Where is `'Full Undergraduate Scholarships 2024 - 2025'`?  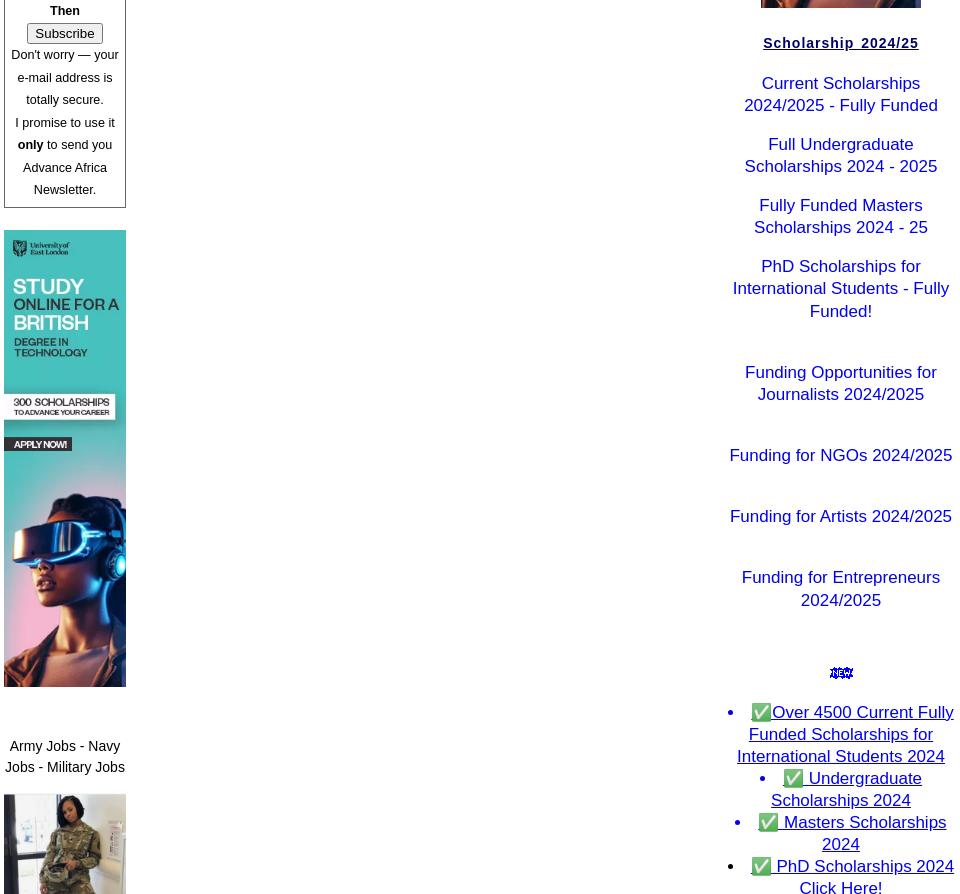 'Full Undergraduate Scholarships 2024 - 2025' is located at coordinates (840, 155).